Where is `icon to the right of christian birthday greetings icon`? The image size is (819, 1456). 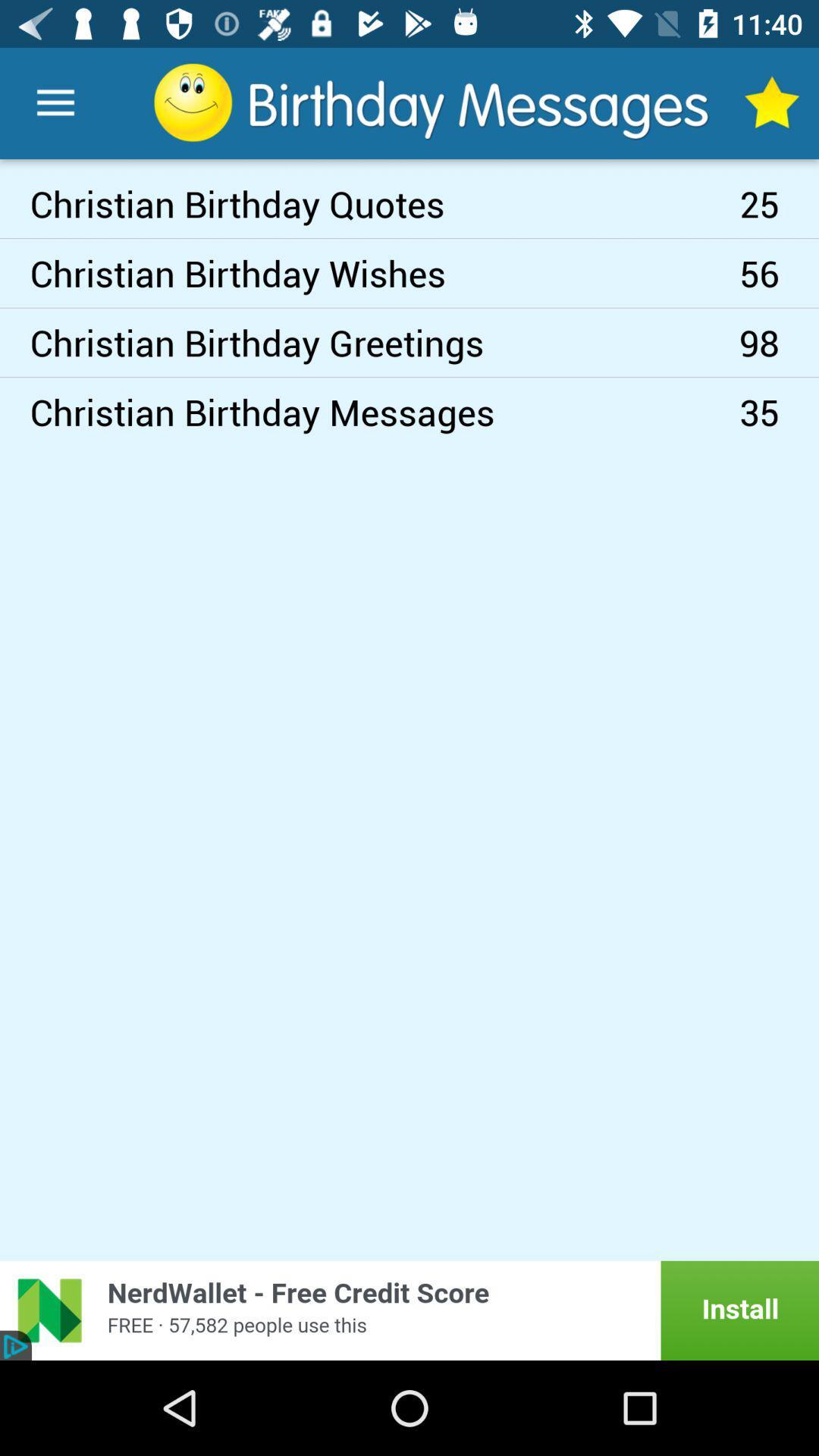
icon to the right of christian birthday greetings icon is located at coordinates (779, 273).